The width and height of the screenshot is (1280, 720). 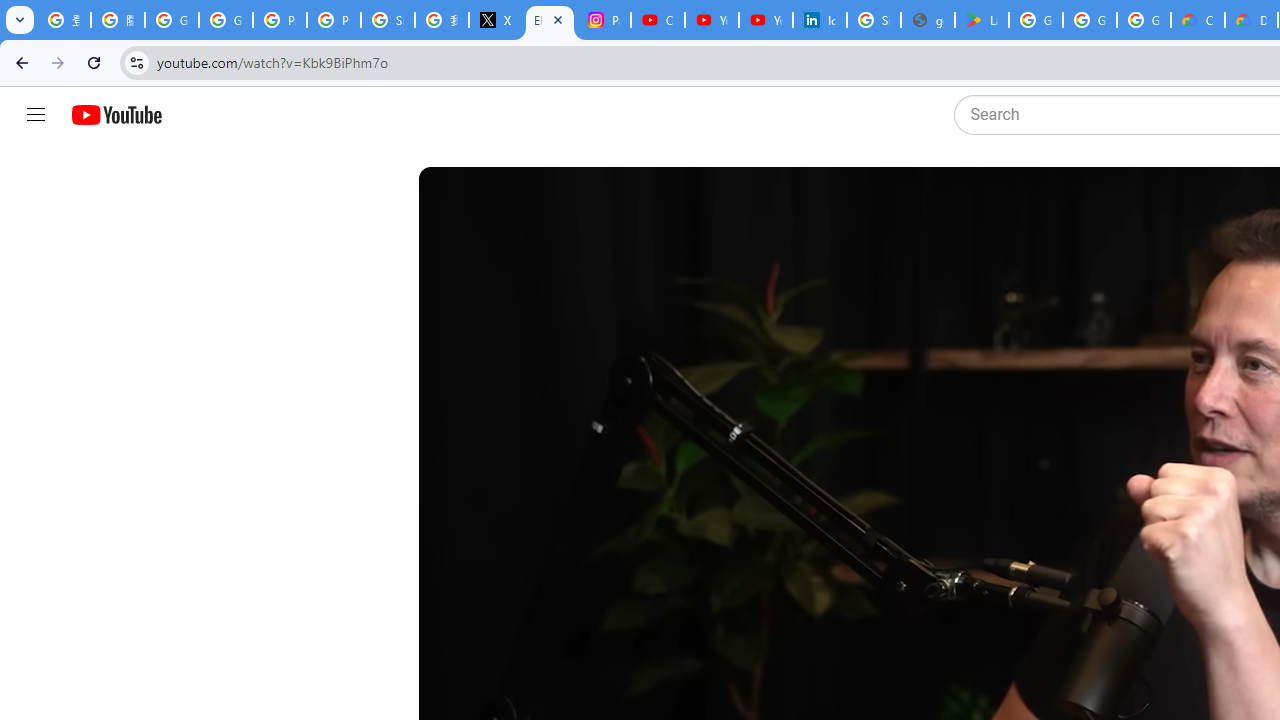 I want to click on 'YouTube Culture & Trends - YouTube Top 10, 2021', so click(x=765, y=20).